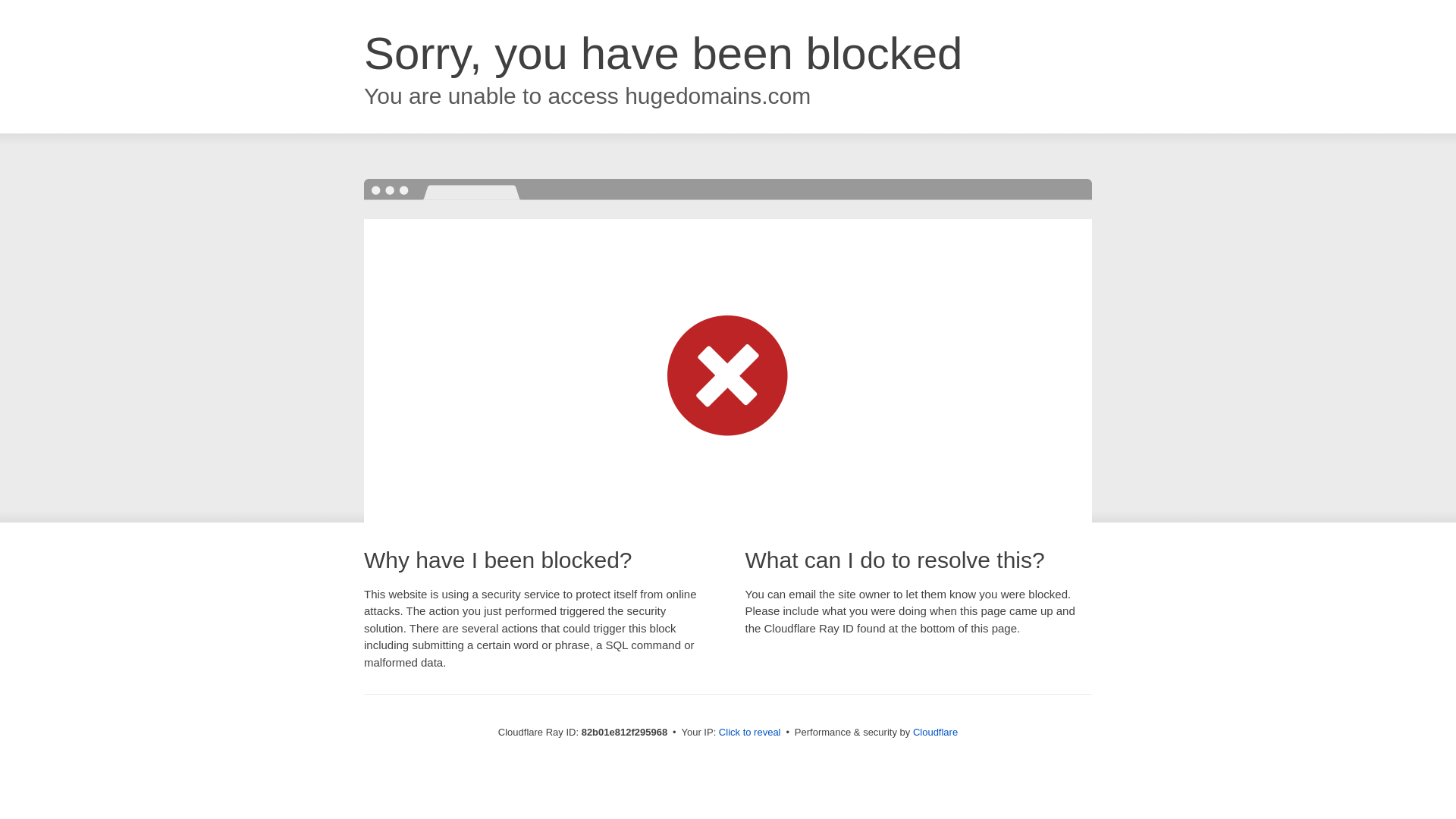  Describe the element at coordinates (749, 731) in the screenshot. I see `'Click to reveal'` at that location.